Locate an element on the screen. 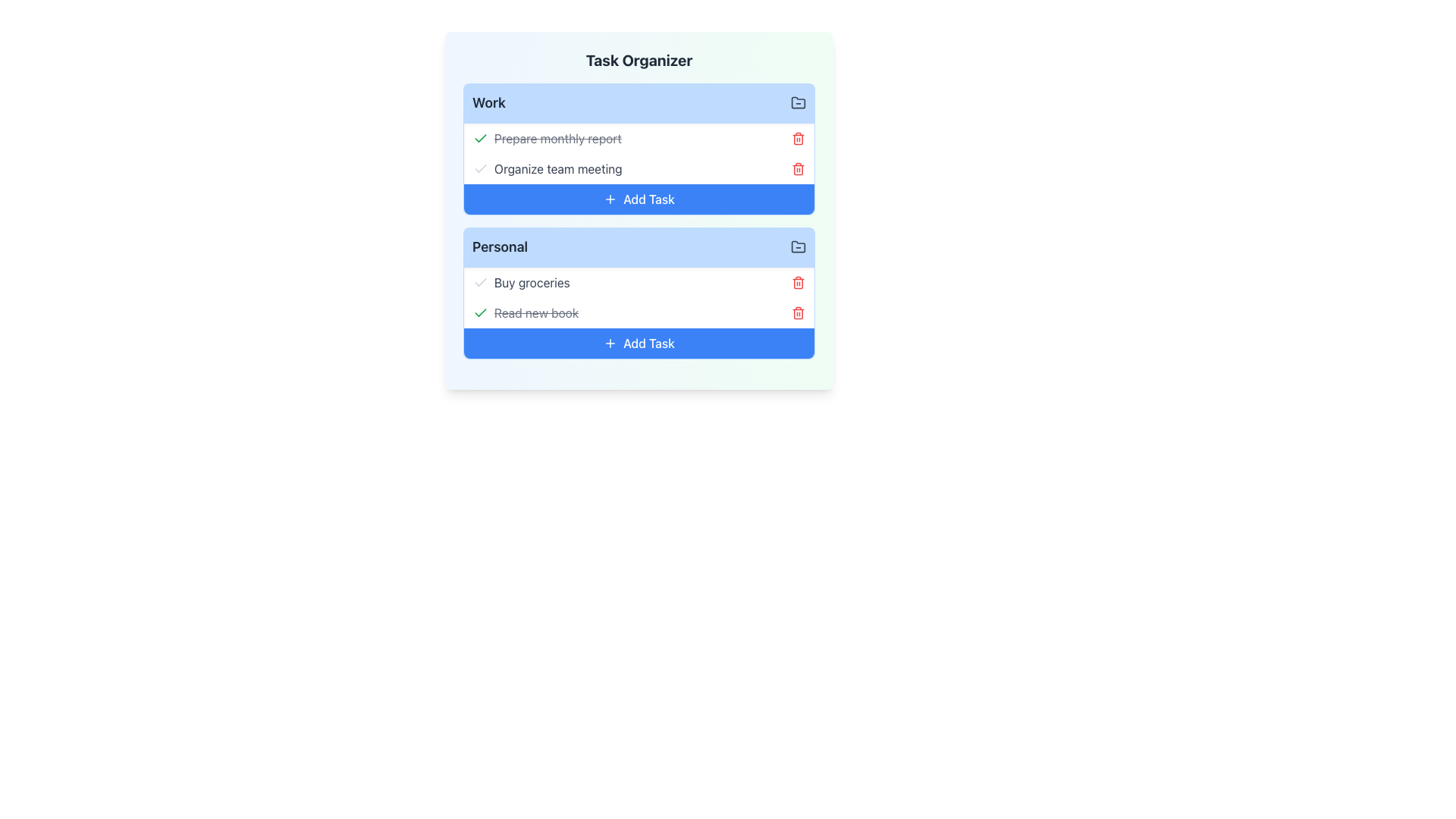 The height and width of the screenshot is (819, 1456). the static text element that indicates a task item within the personal task list, which is the first task under 'Personal' is located at coordinates (521, 283).